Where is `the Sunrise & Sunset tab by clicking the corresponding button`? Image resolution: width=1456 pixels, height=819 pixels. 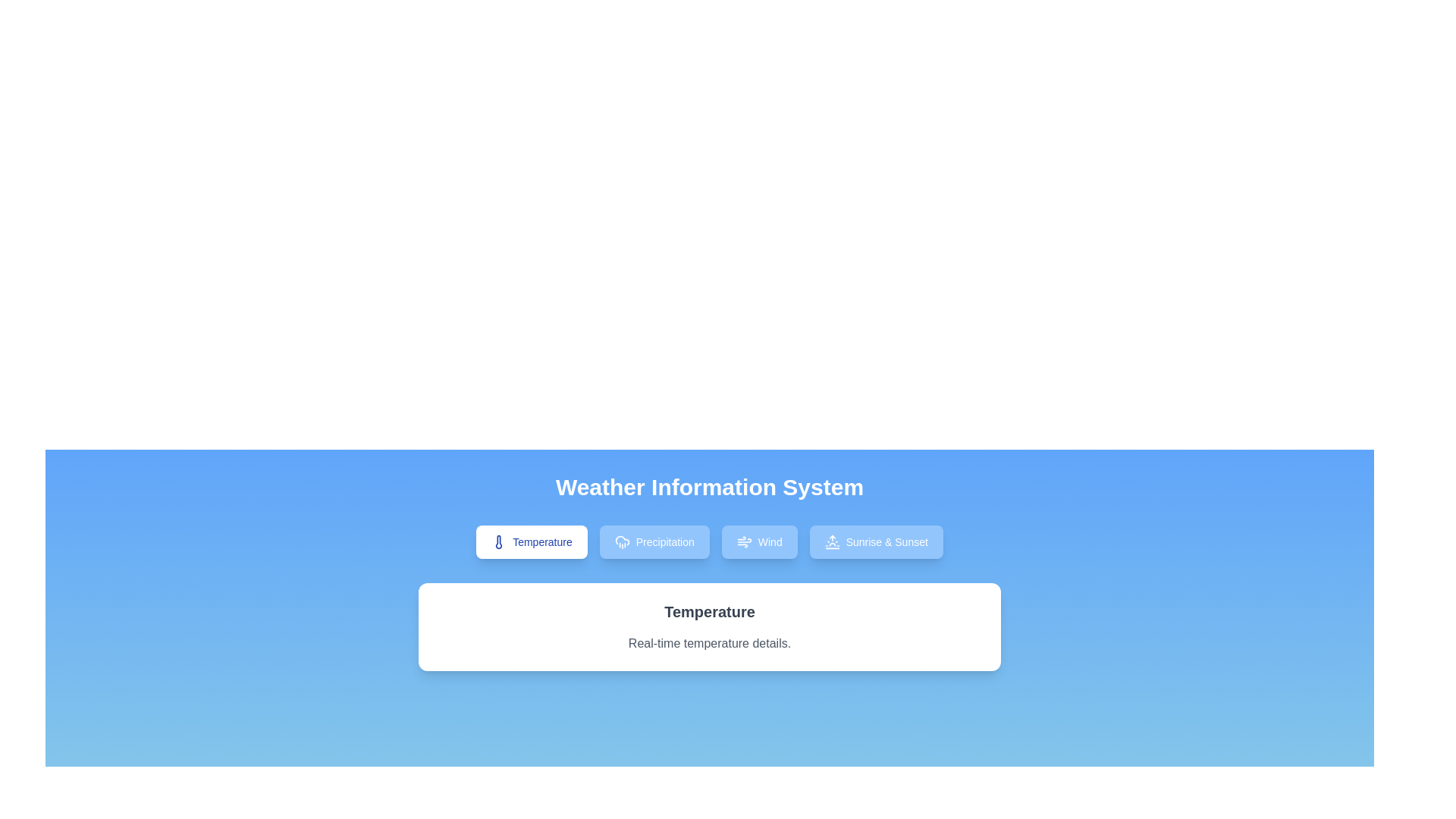 the Sunrise & Sunset tab by clicking the corresponding button is located at coordinates (876, 541).